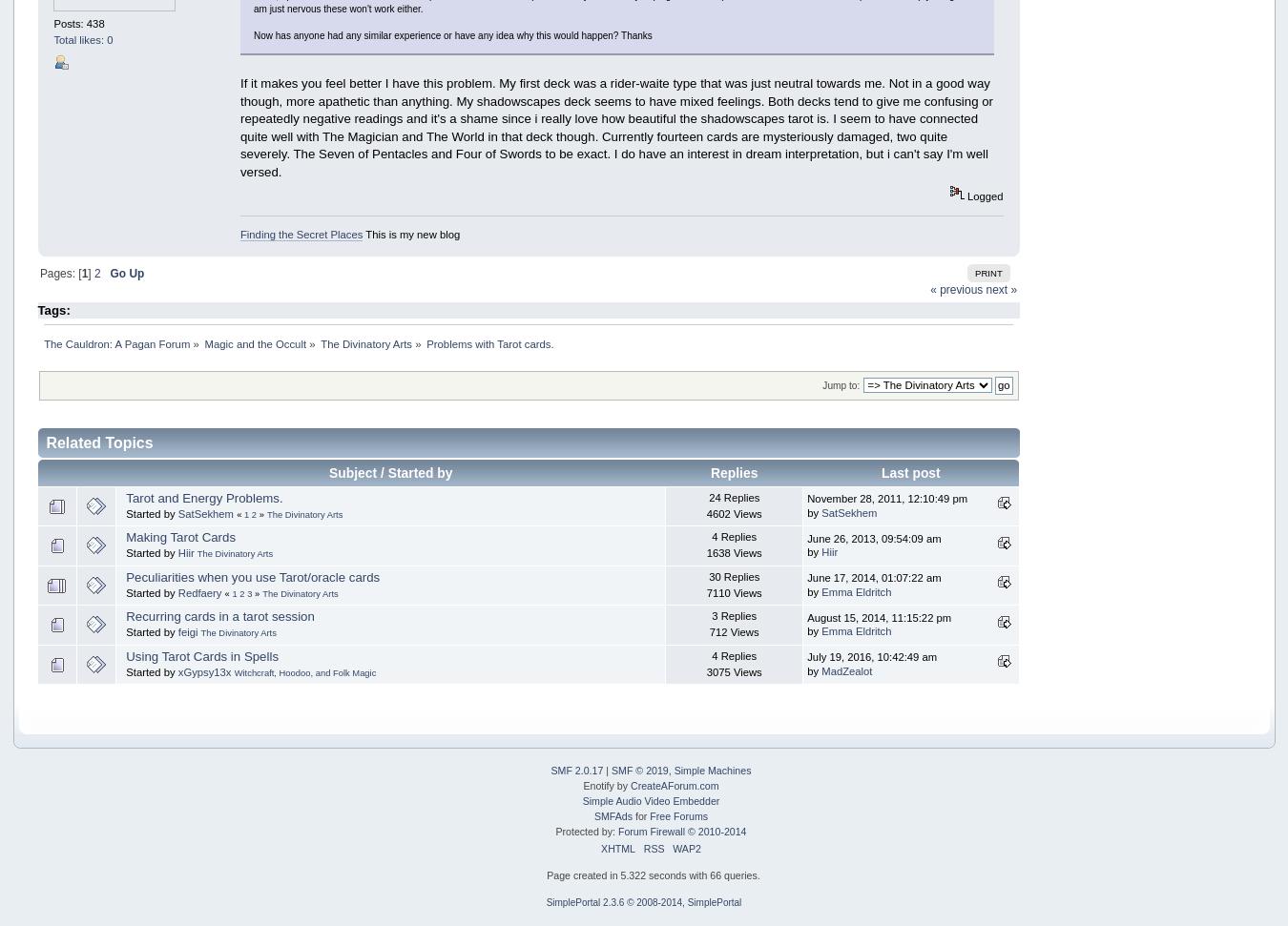  I want to click on 'June 26, 2013, 09:54:09 am', so click(807, 537).